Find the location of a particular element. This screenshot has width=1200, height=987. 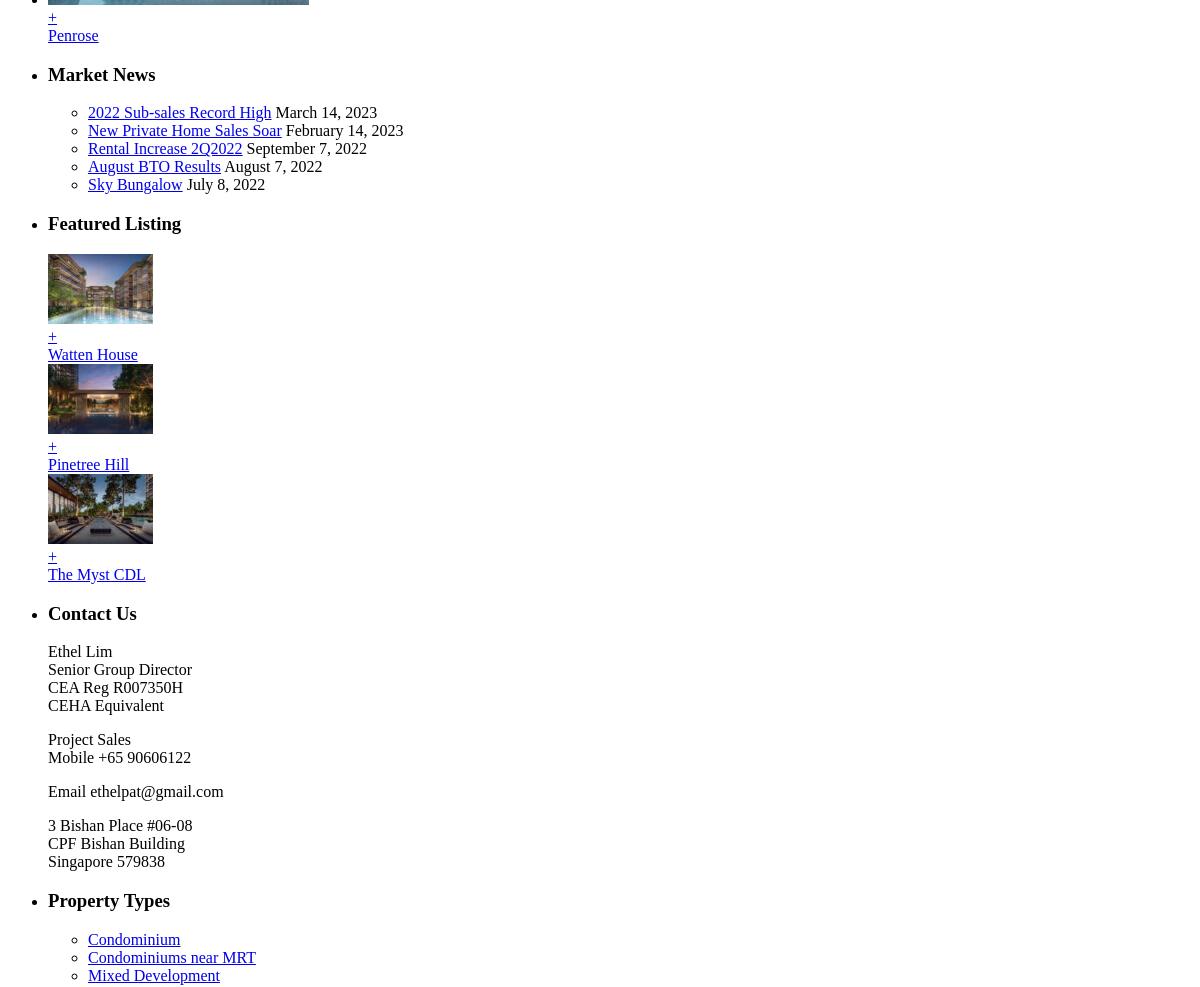

'July 8, 2022' is located at coordinates (224, 183).